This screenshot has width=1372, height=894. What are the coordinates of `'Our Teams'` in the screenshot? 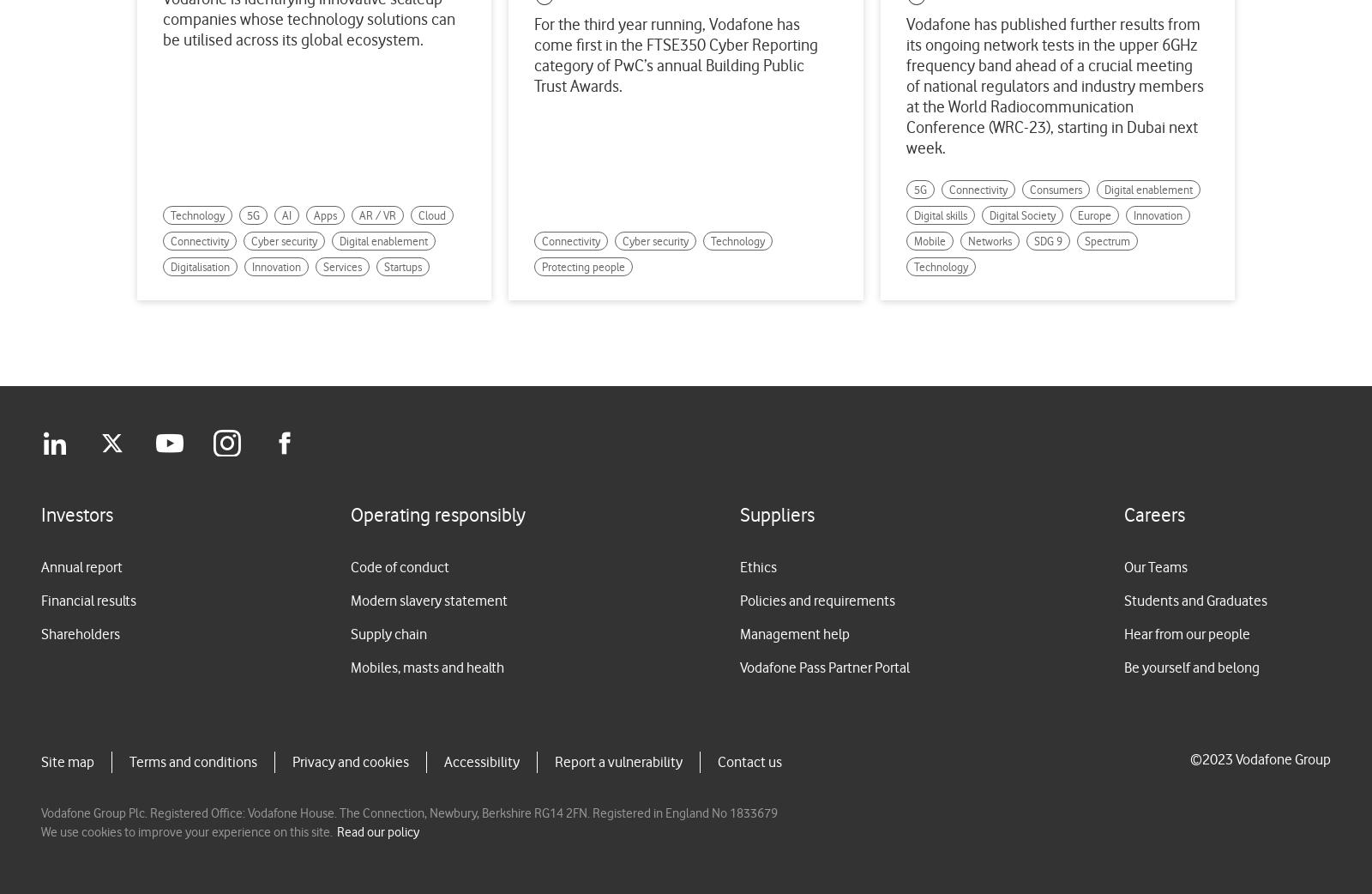 It's located at (1155, 566).